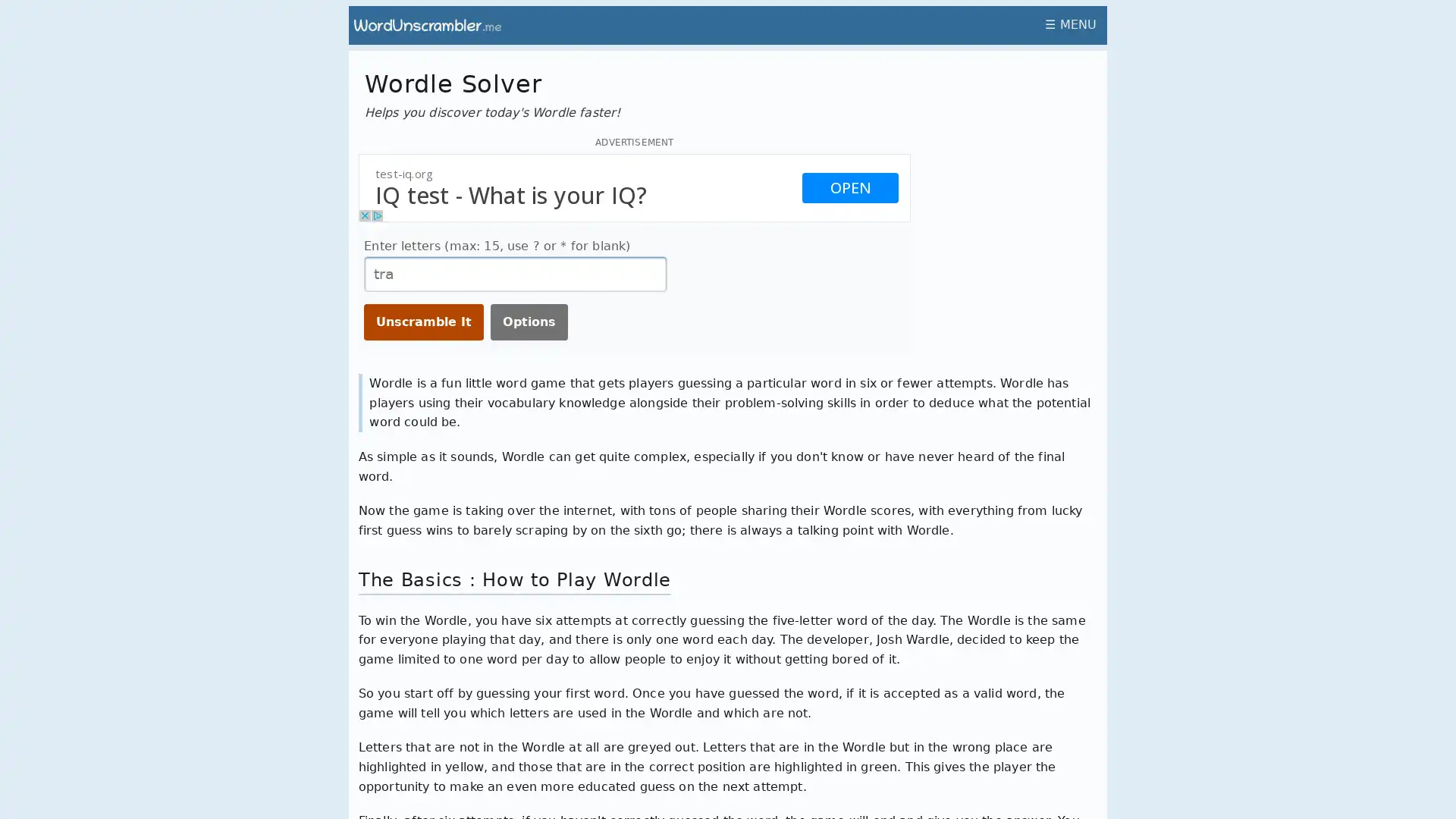 The image size is (1456, 819). What do you see at coordinates (529, 321) in the screenshot?
I see `Options` at bounding box center [529, 321].